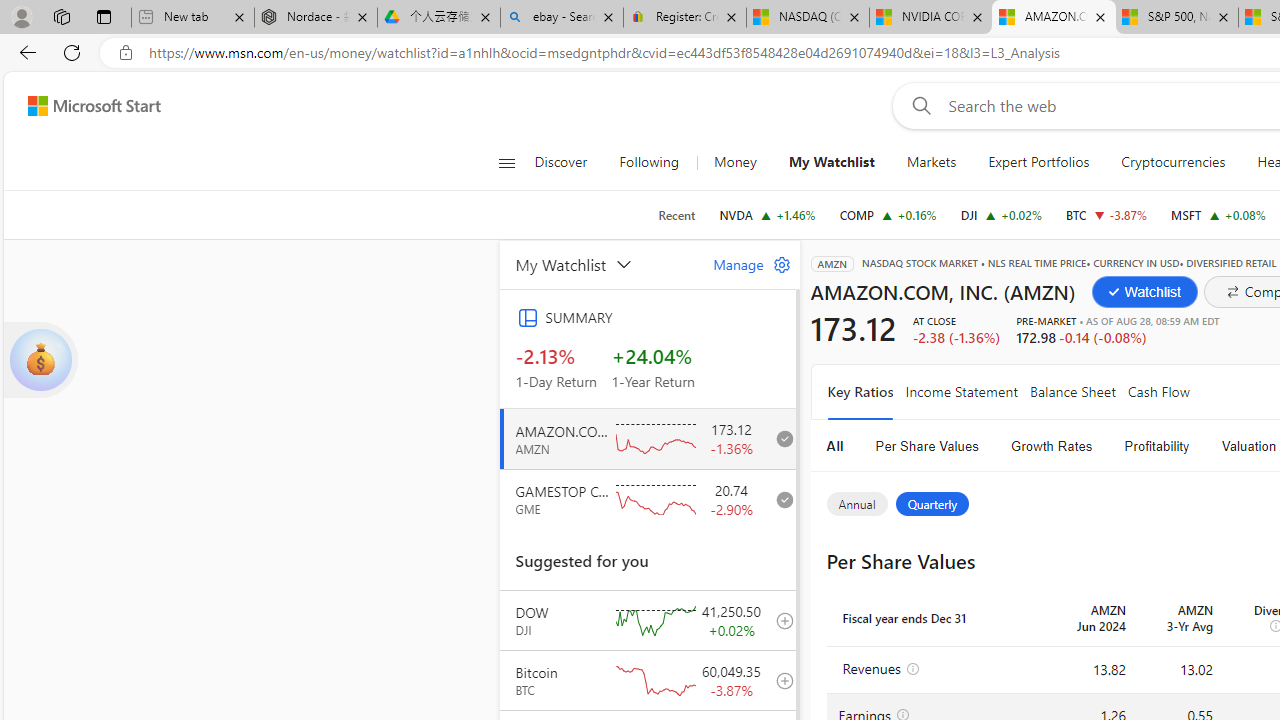 Image resolution: width=1280 pixels, height=720 pixels. I want to click on 'Skip to content', so click(86, 105).